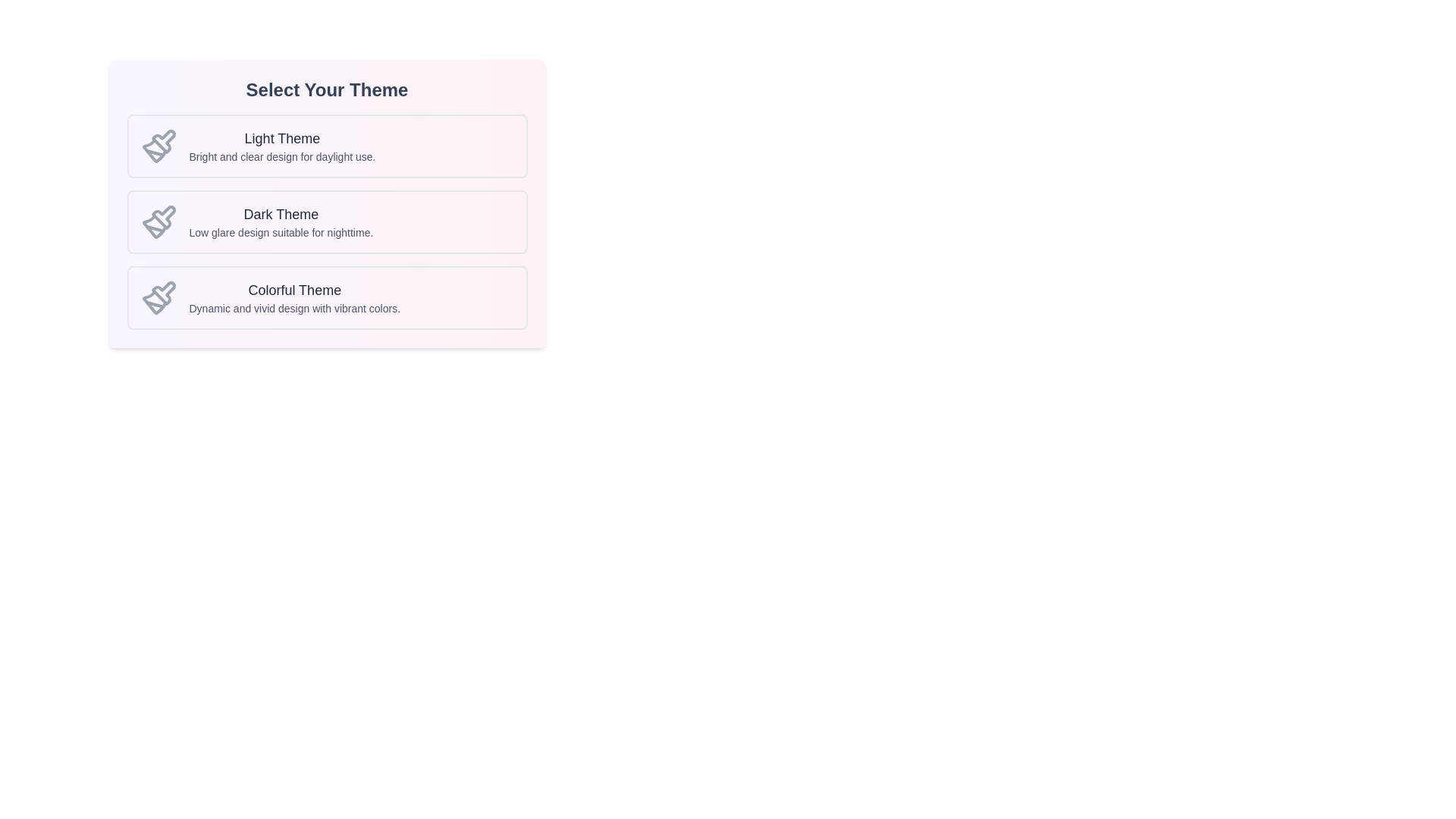 The image size is (1456, 819). What do you see at coordinates (282, 146) in the screenshot?
I see `the 'Light Theme' option block, which includes the title and description` at bounding box center [282, 146].